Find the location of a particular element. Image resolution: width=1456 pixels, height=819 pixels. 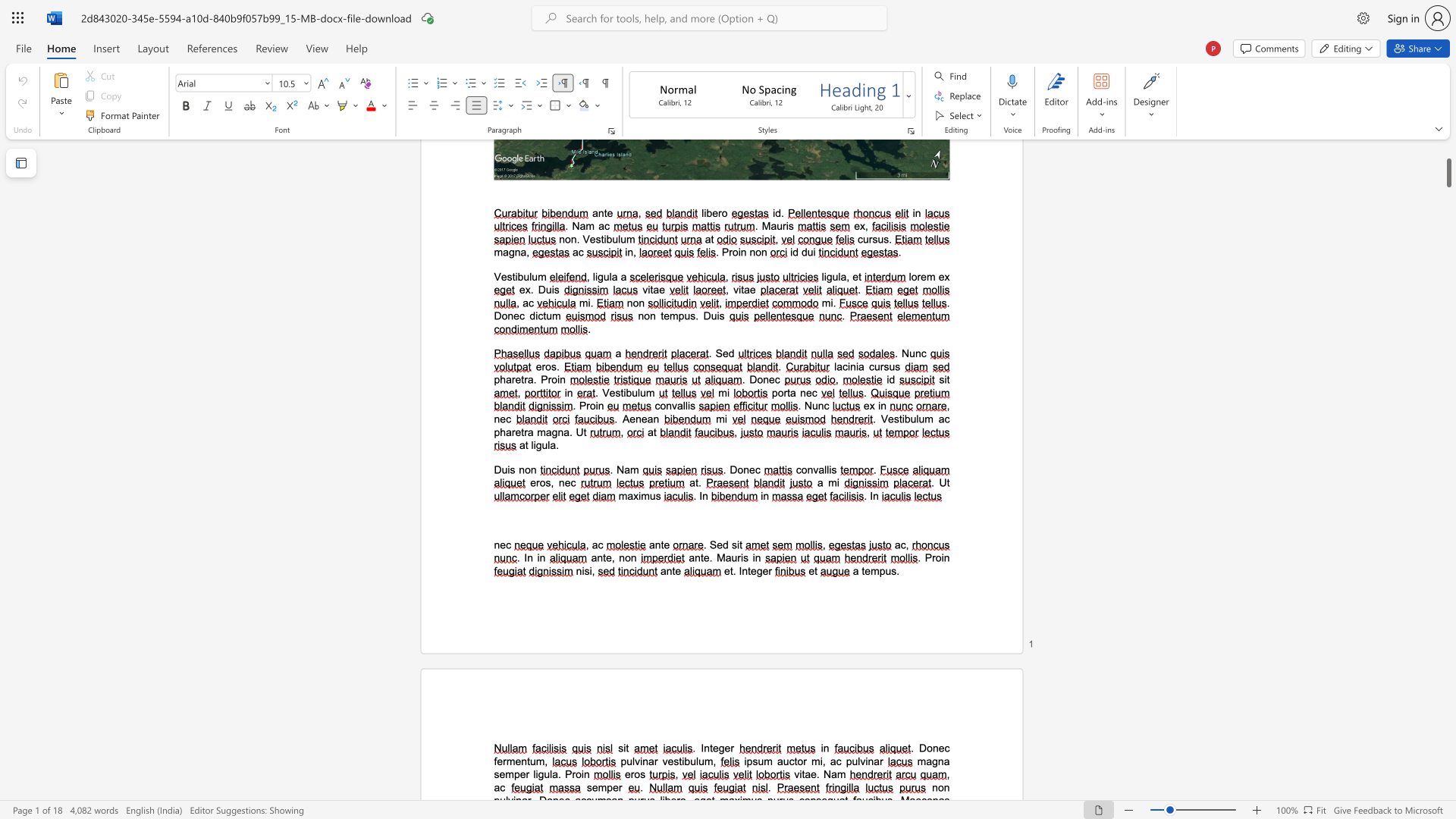

the 1th character "m" in the text is located at coordinates (874, 571).